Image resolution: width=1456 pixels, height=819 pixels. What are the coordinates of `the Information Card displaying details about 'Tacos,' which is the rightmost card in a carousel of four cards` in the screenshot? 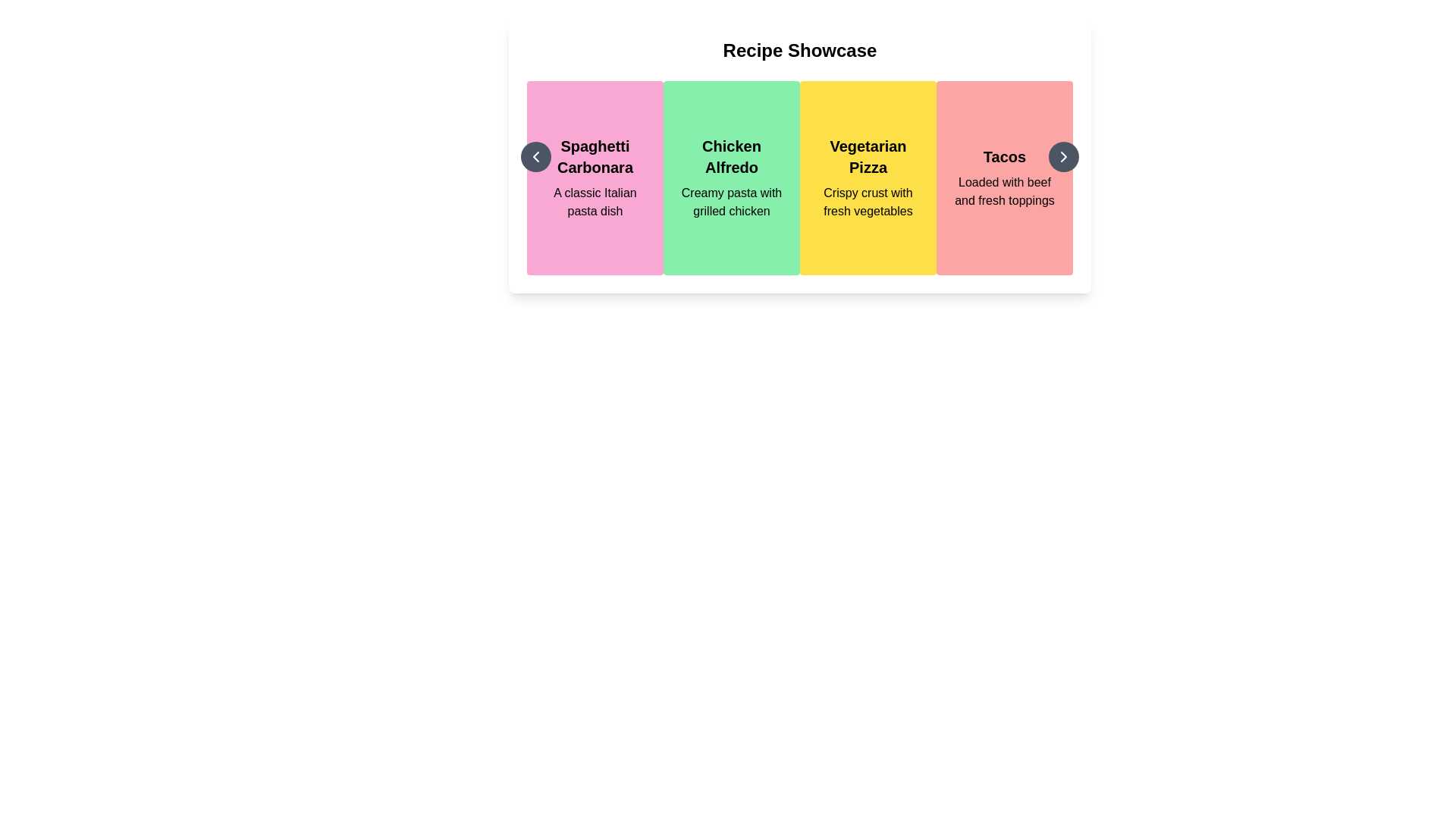 It's located at (1004, 177).